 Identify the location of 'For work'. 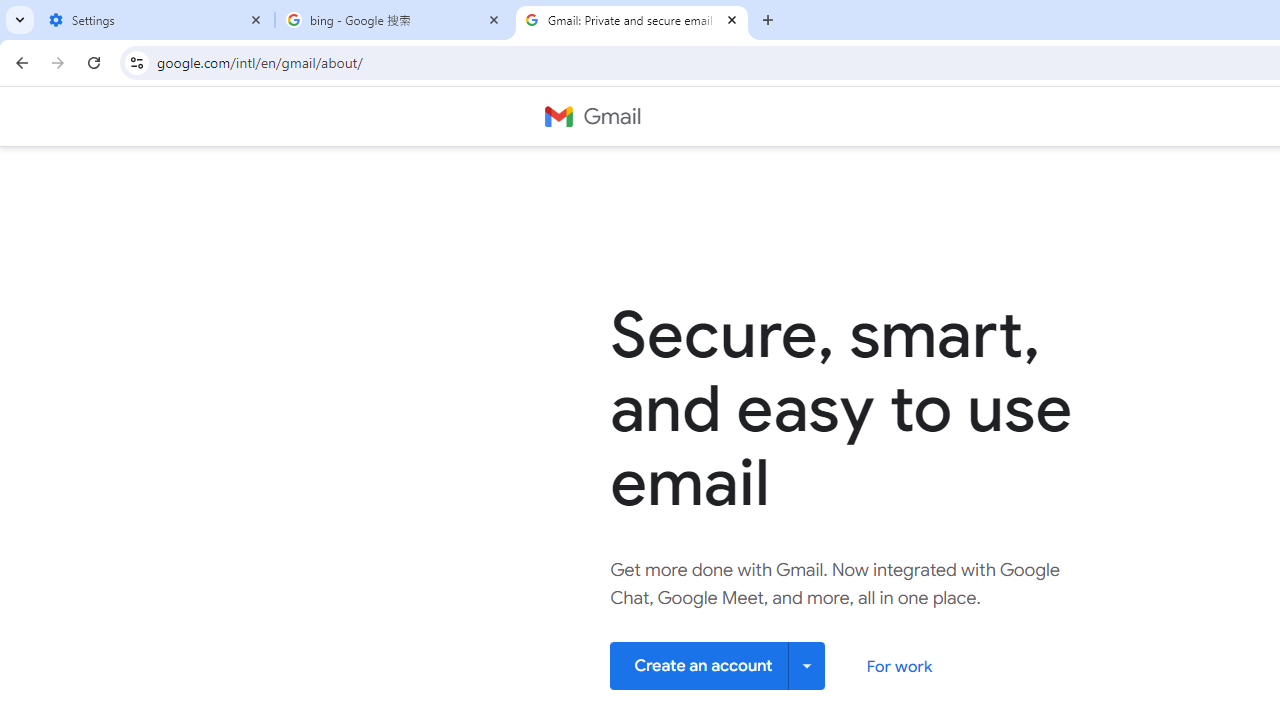
(898, 666).